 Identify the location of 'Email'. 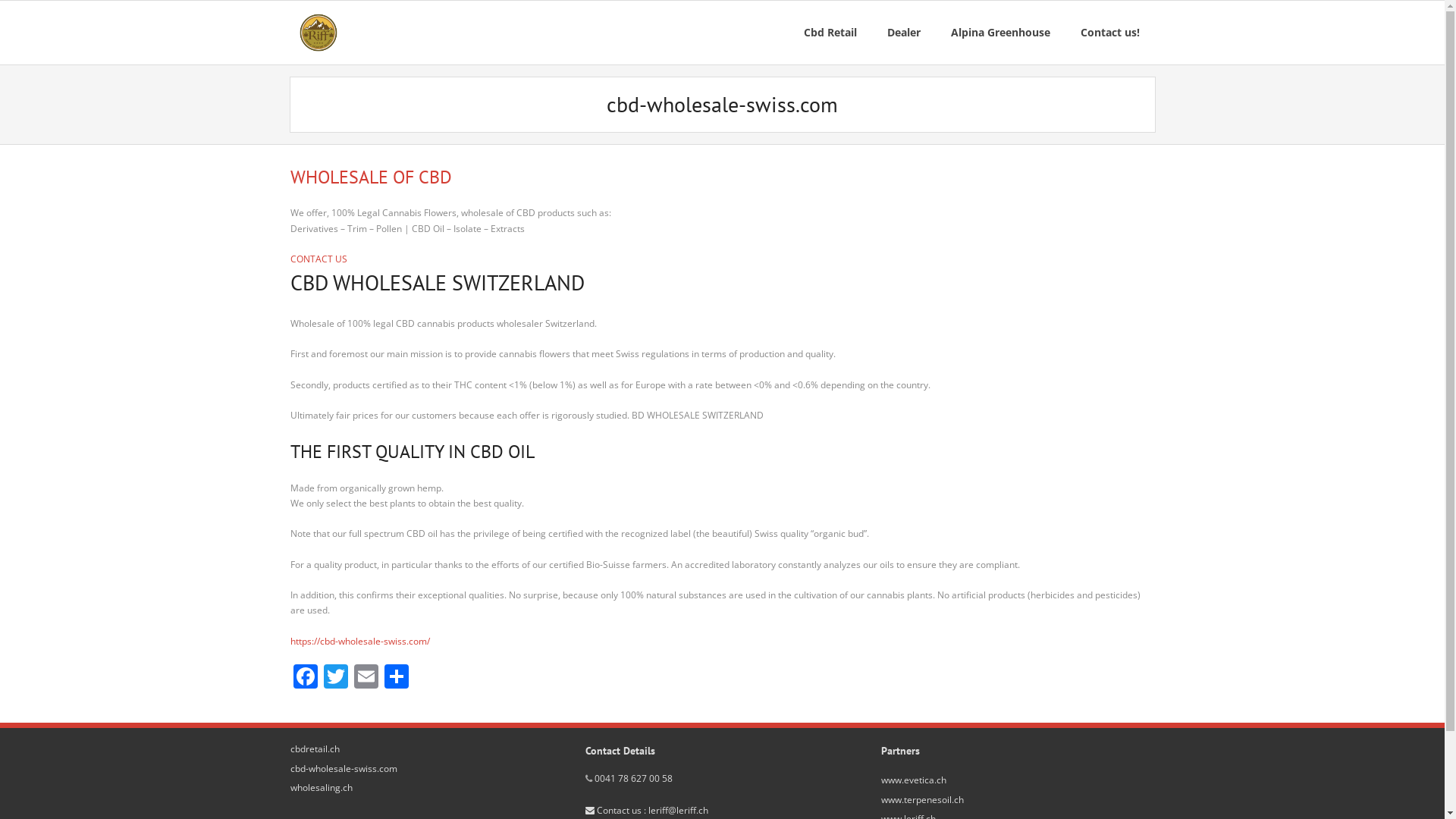
(365, 677).